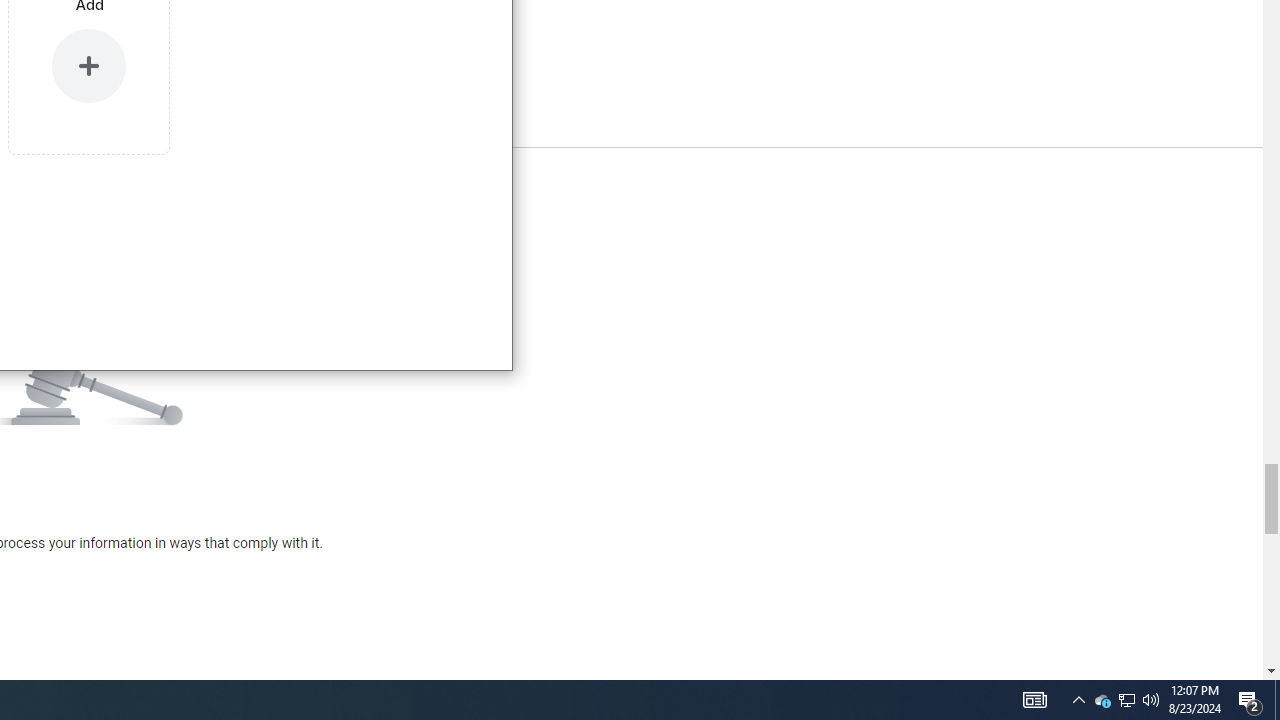 The width and height of the screenshot is (1280, 720). Describe the element at coordinates (1151, 698) in the screenshot. I see `'Q2790: 100%'` at that location.